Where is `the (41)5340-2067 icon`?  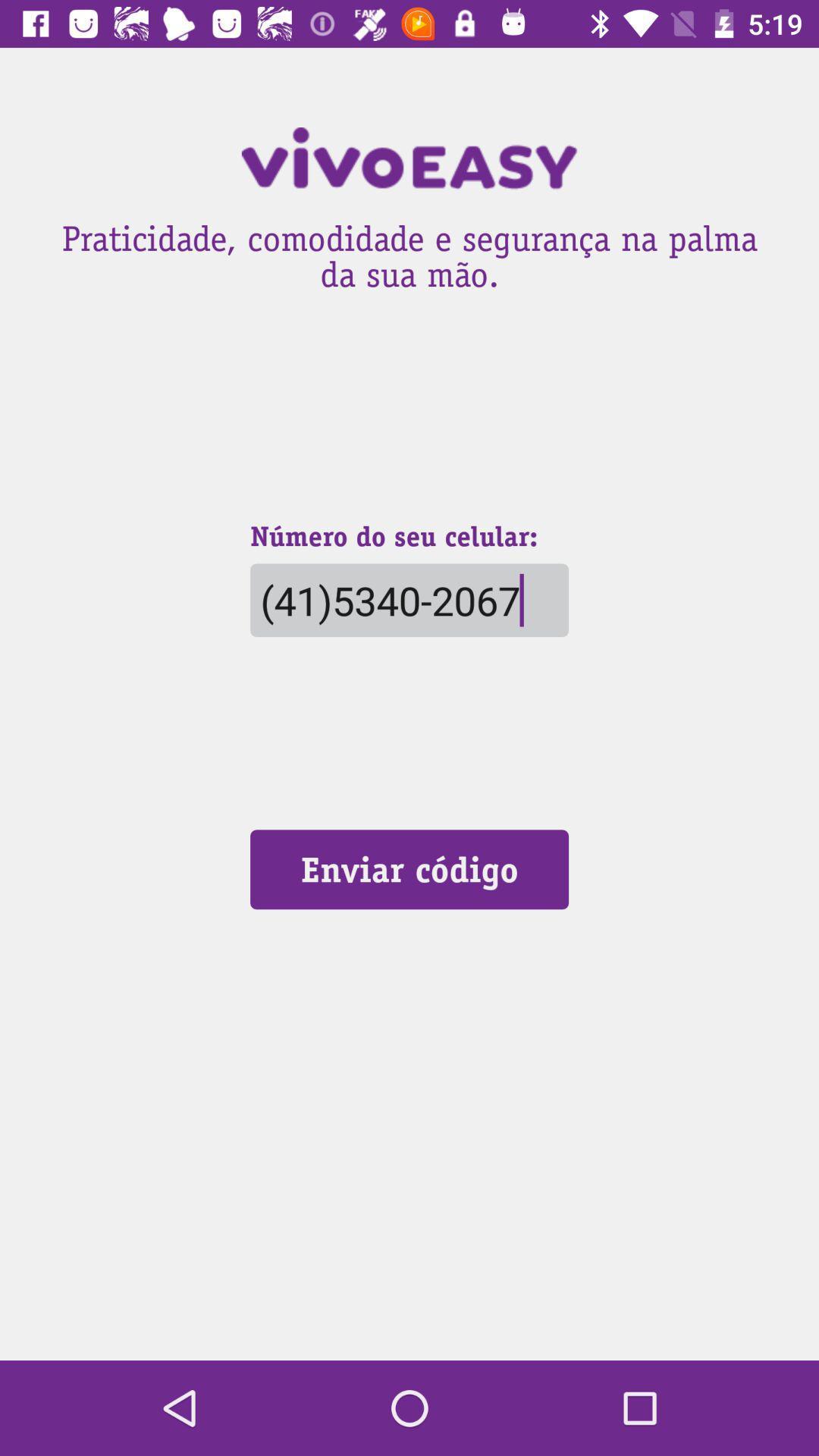
the (41)5340-2067 icon is located at coordinates (409, 599).